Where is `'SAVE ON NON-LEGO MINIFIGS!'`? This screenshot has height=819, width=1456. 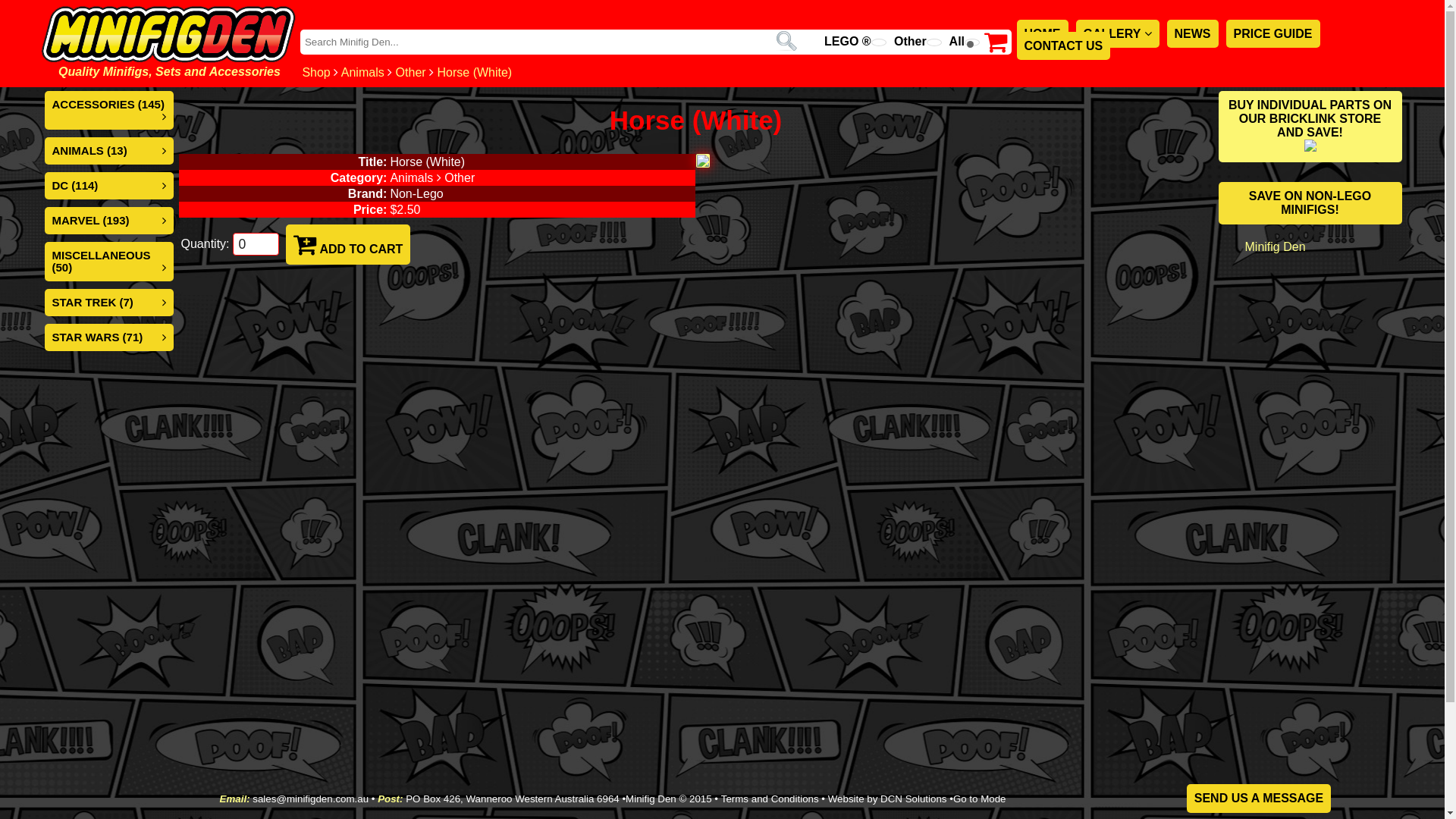 'SAVE ON NON-LEGO MINIFIGS!' is located at coordinates (1218, 202).